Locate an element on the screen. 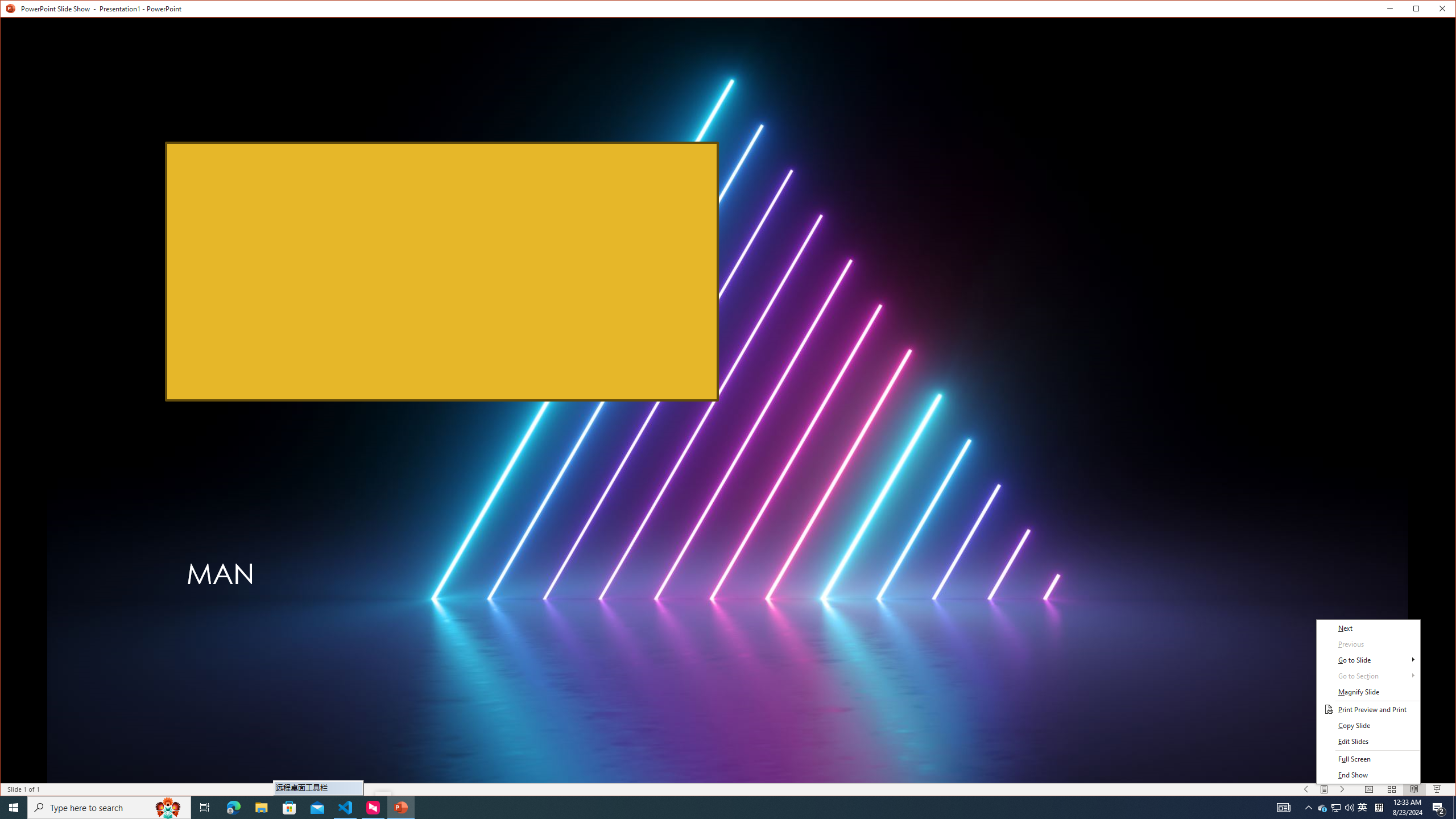  'Edit Slides' is located at coordinates (1368, 741).